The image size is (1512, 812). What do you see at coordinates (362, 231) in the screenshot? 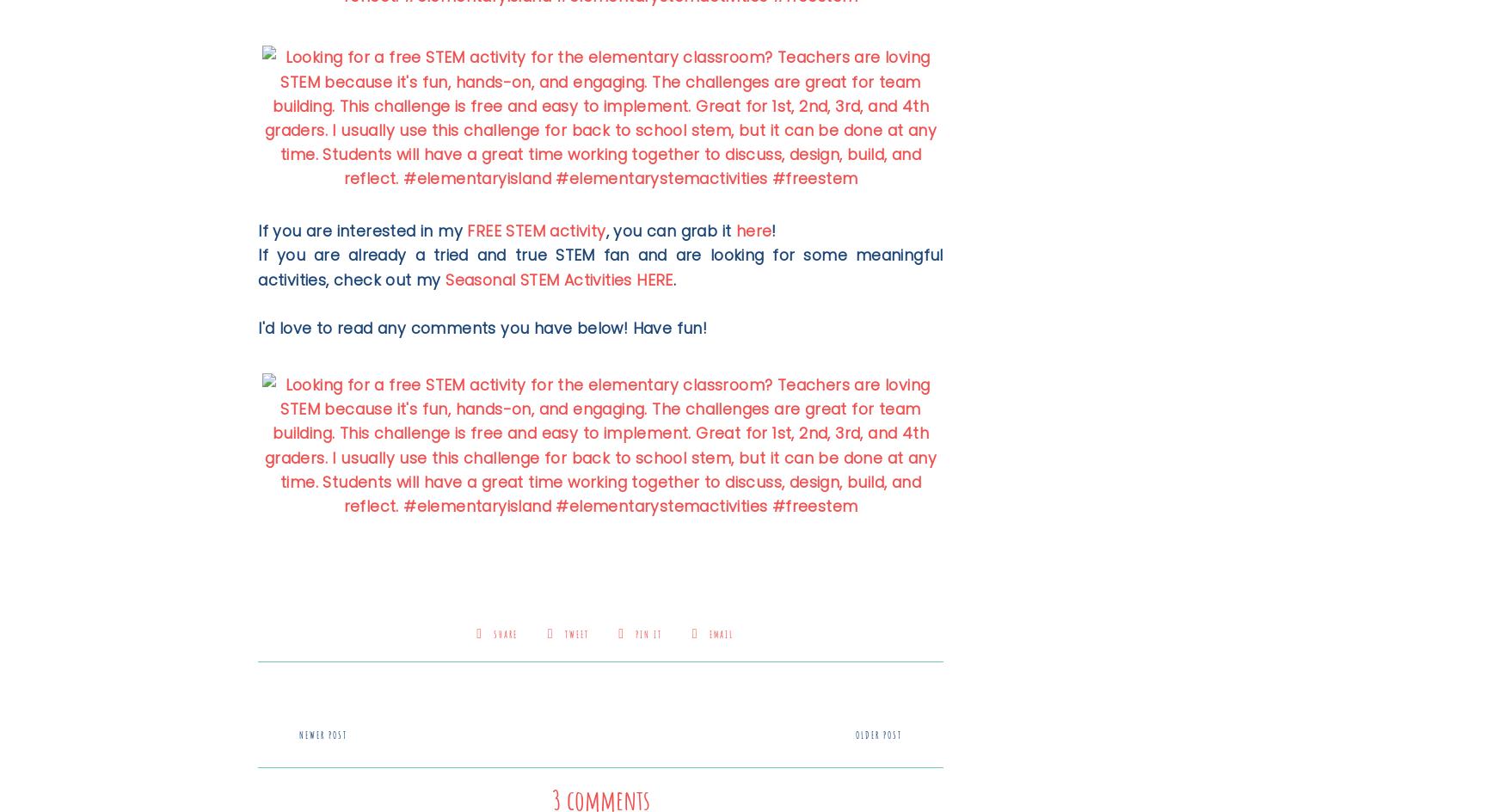
I see `'If you are interested in my'` at bounding box center [362, 231].